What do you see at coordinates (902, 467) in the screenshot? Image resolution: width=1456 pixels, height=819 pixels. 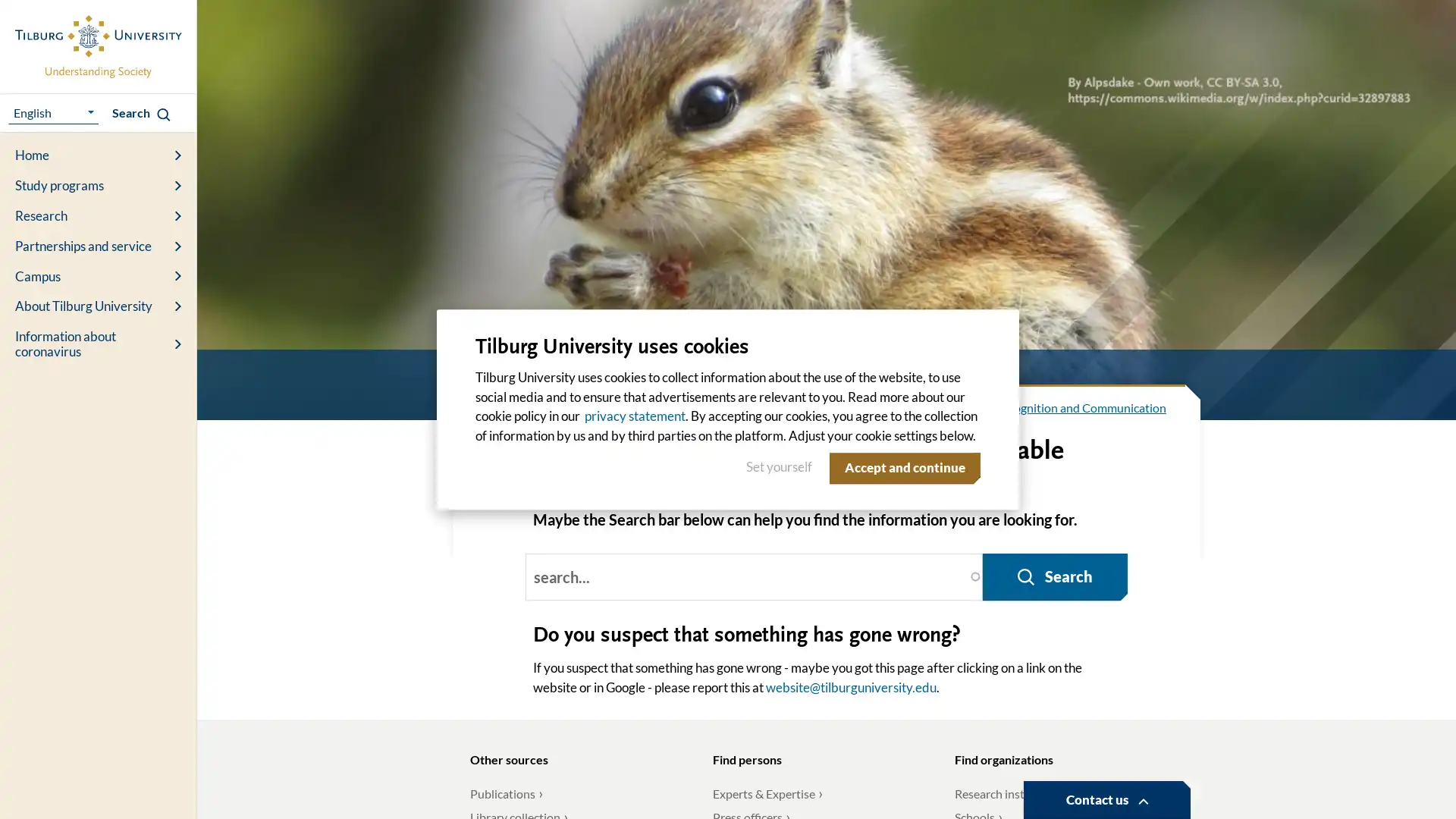 I see `Accept and continue` at bounding box center [902, 467].